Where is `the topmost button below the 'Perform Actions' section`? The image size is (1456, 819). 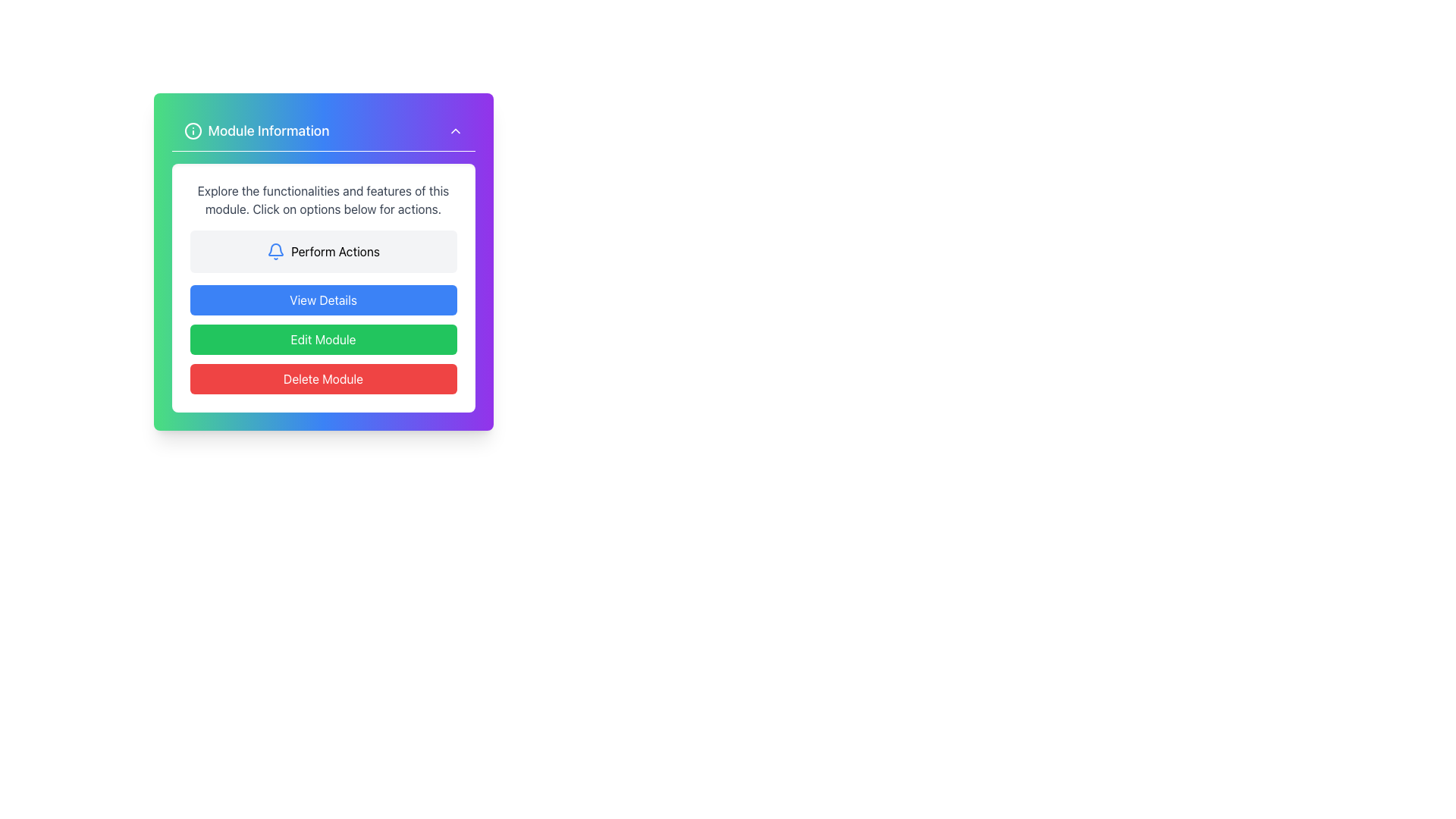 the topmost button below the 'Perform Actions' section is located at coordinates (322, 300).